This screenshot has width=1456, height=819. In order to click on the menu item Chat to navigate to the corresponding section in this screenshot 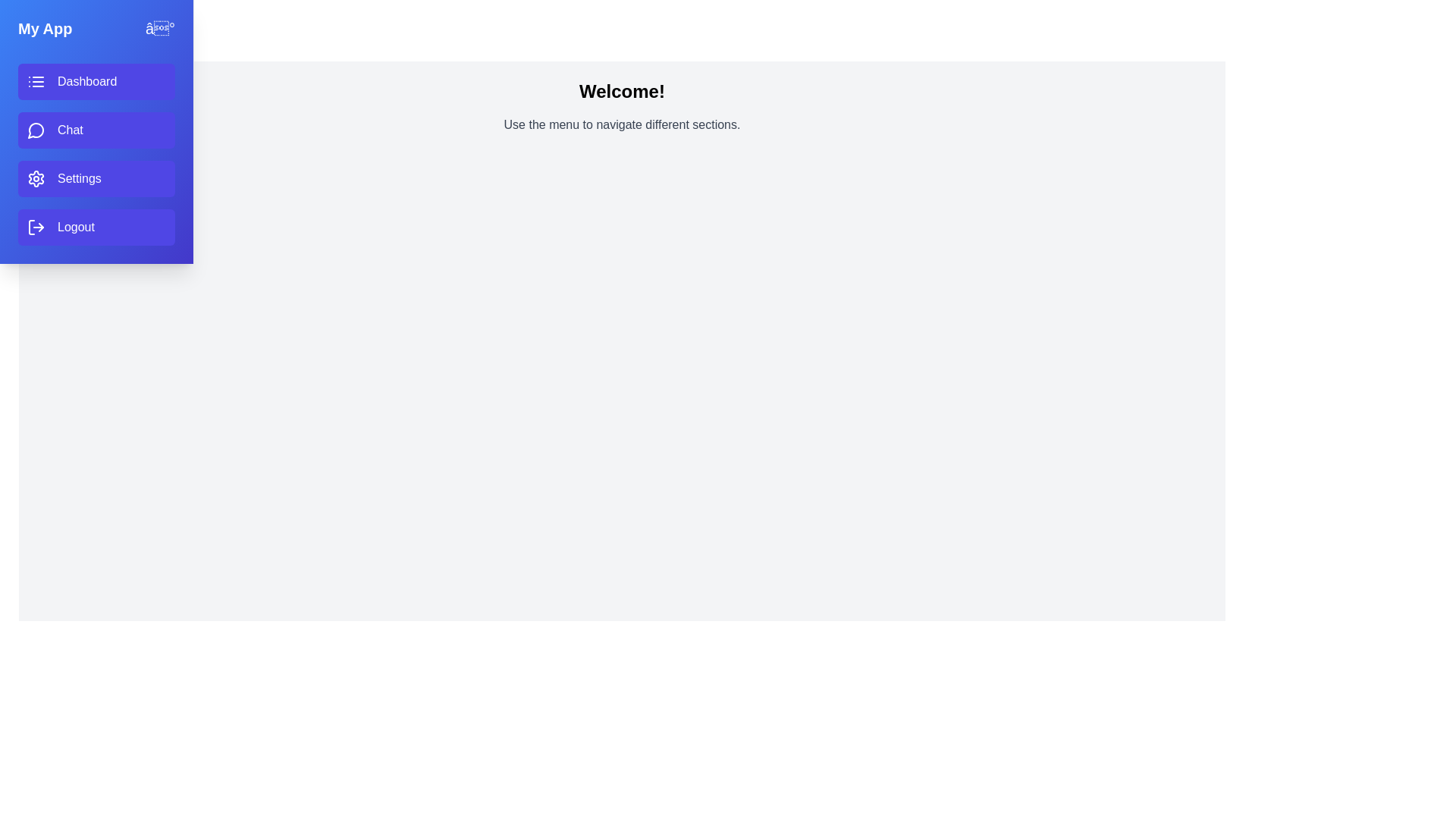, I will do `click(96, 130)`.